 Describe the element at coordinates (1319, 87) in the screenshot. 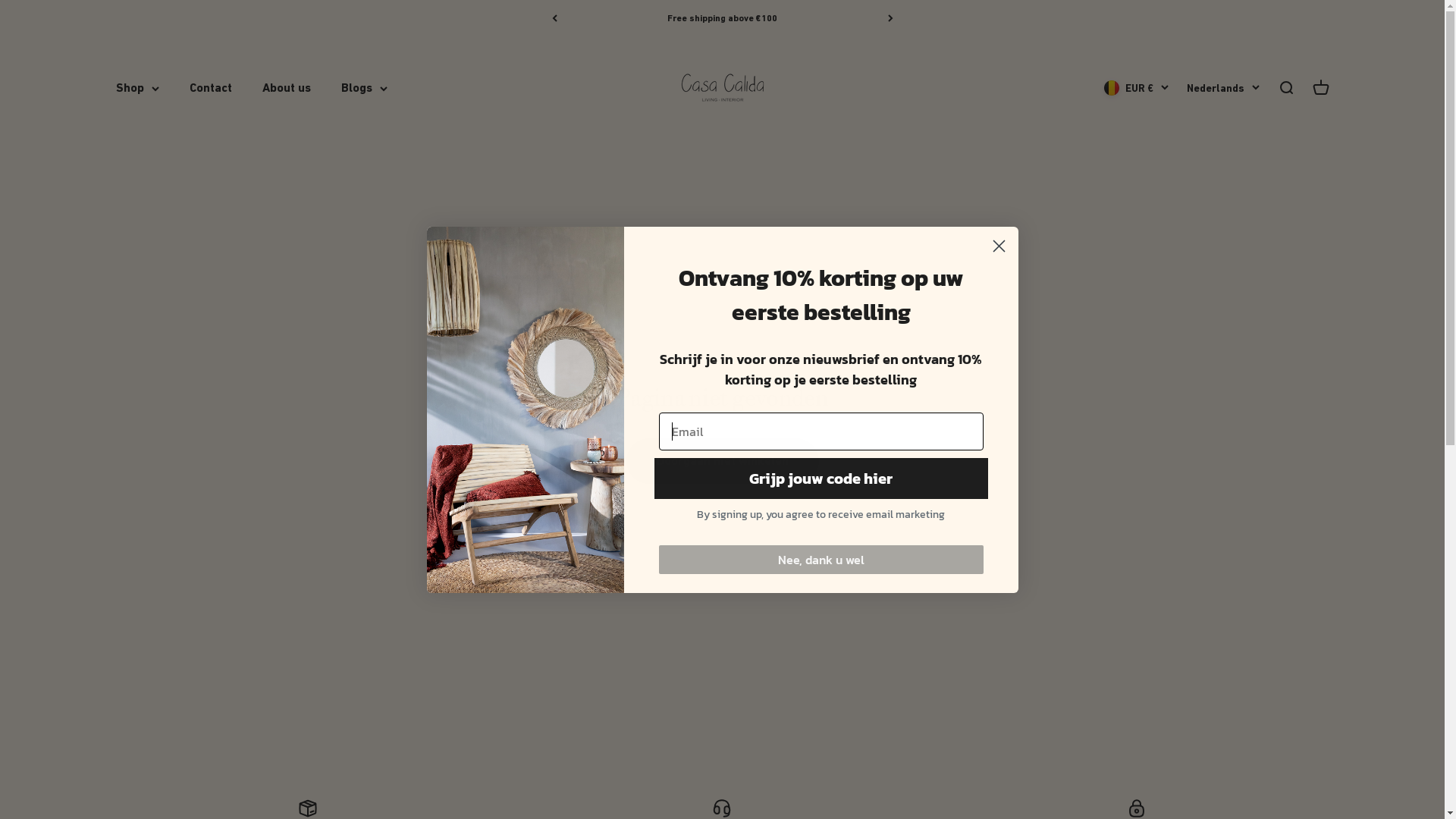

I see `'Winkelwagen openen` at that location.